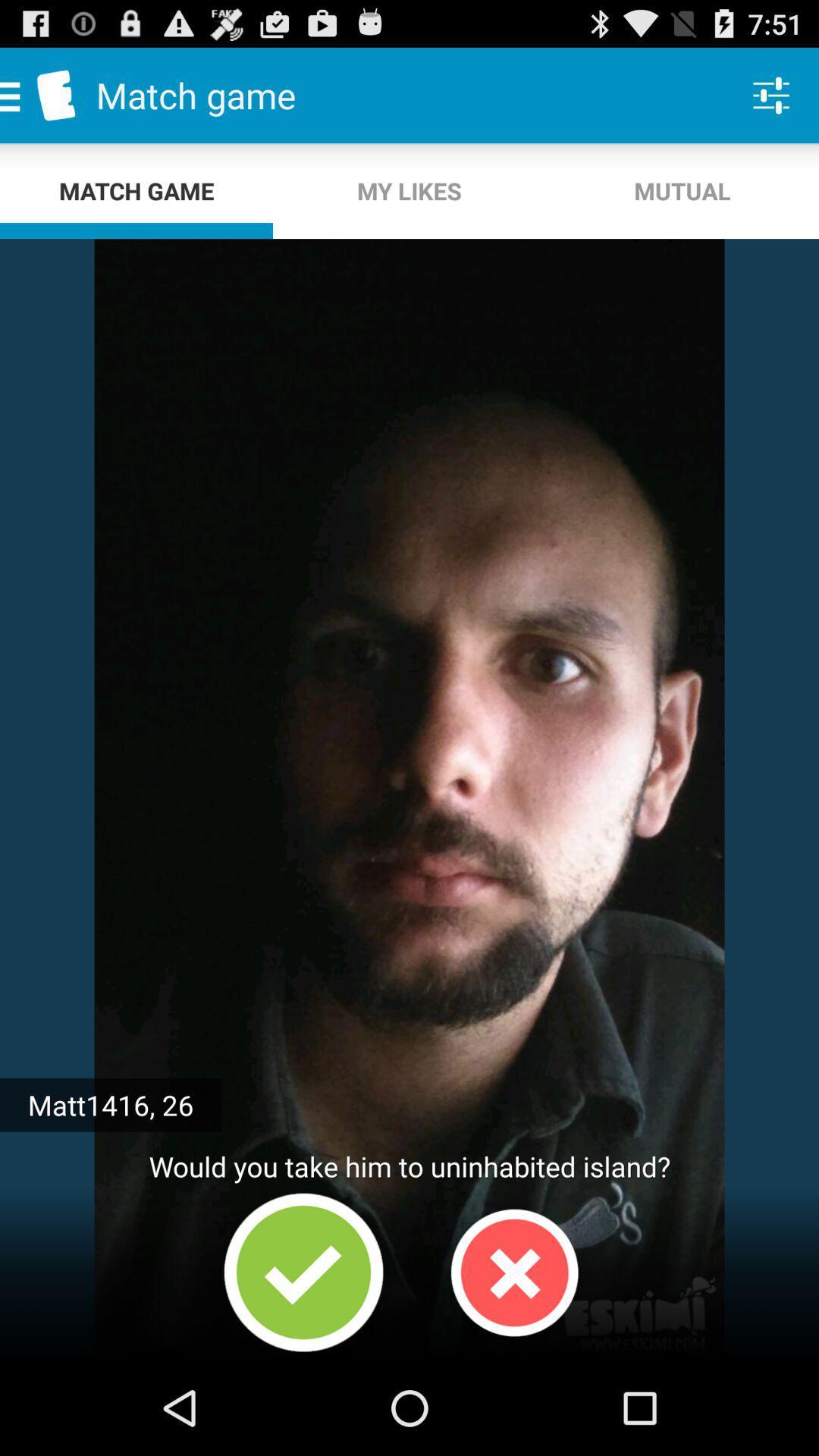  I want to click on the mutual, so click(681, 190).